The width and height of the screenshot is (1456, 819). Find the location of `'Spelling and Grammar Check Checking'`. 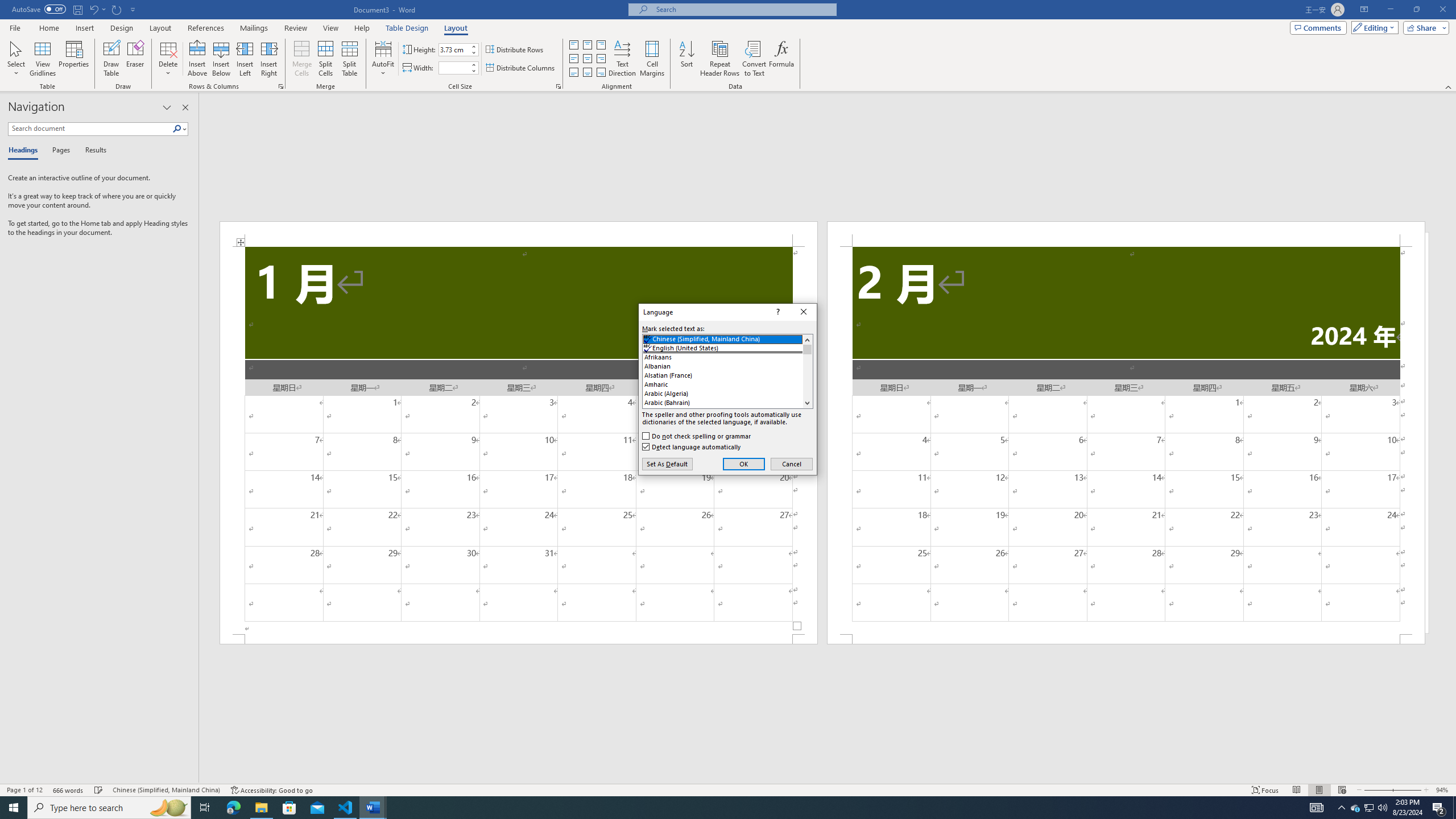

'Spelling and Grammar Check Checking' is located at coordinates (99, 790).